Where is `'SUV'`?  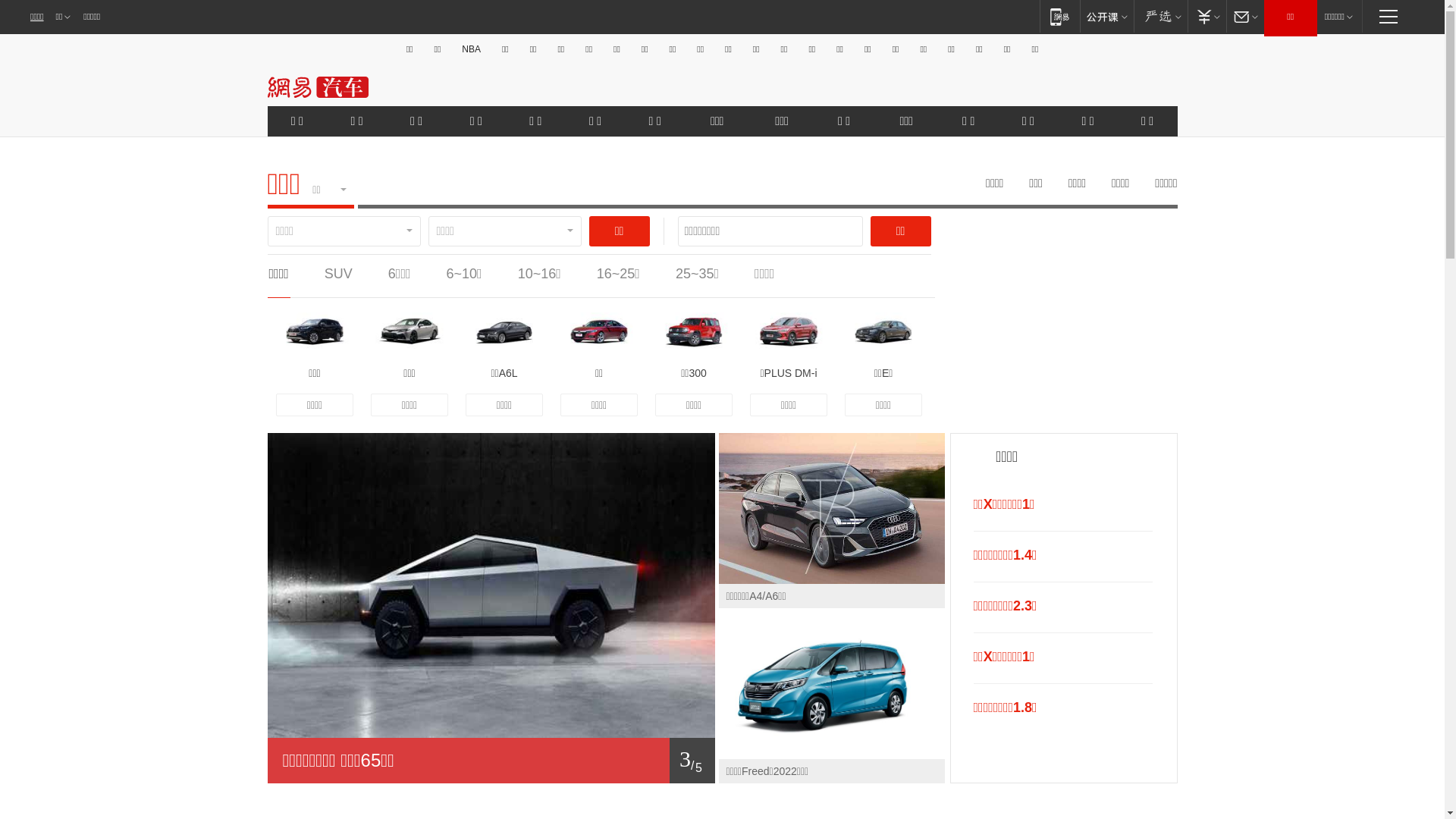 'SUV' is located at coordinates (323, 274).